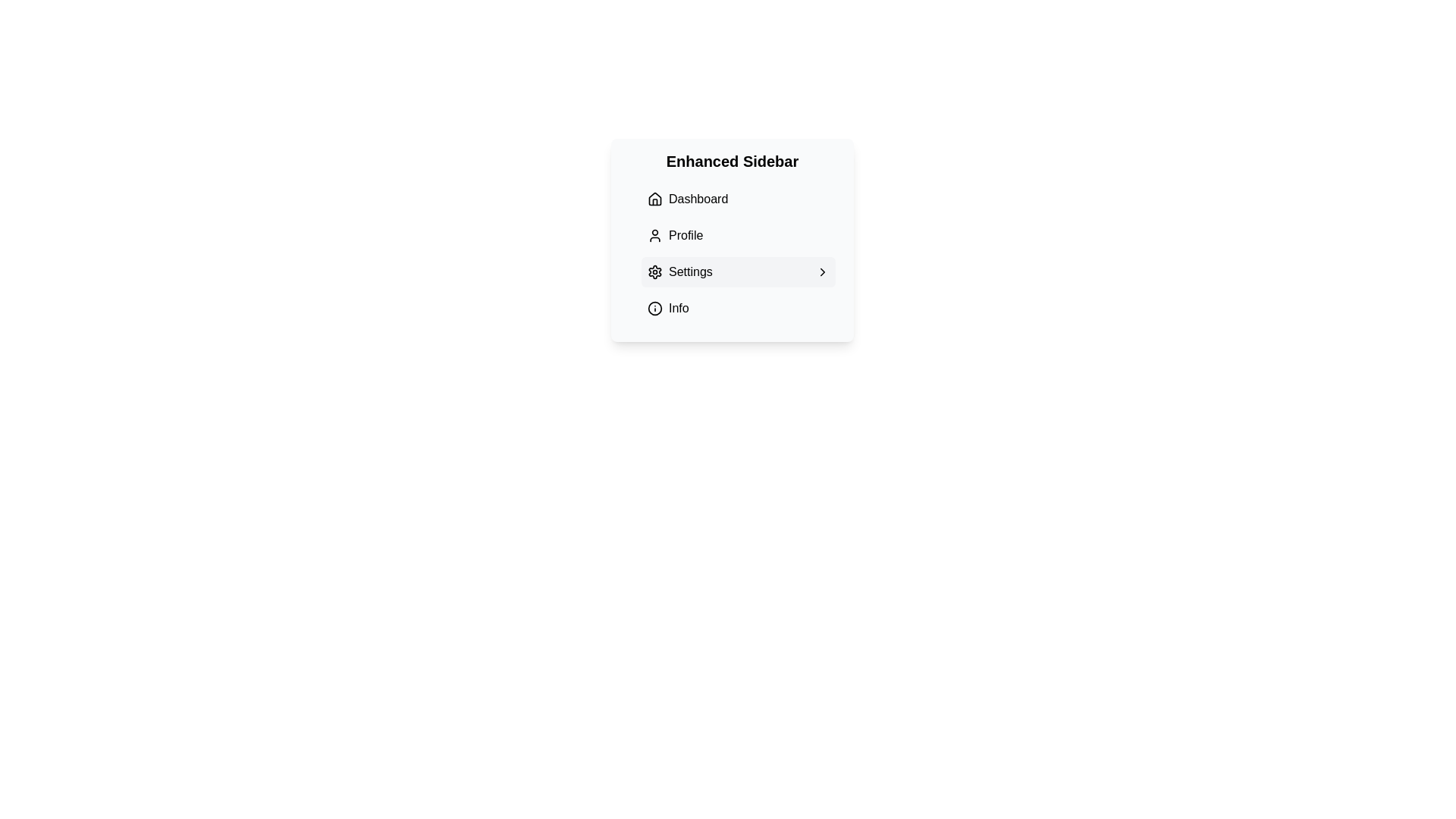 The height and width of the screenshot is (819, 1456). Describe the element at coordinates (679, 271) in the screenshot. I see `the third entry in the navigation menu, which is a Text label with an icon` at that location.